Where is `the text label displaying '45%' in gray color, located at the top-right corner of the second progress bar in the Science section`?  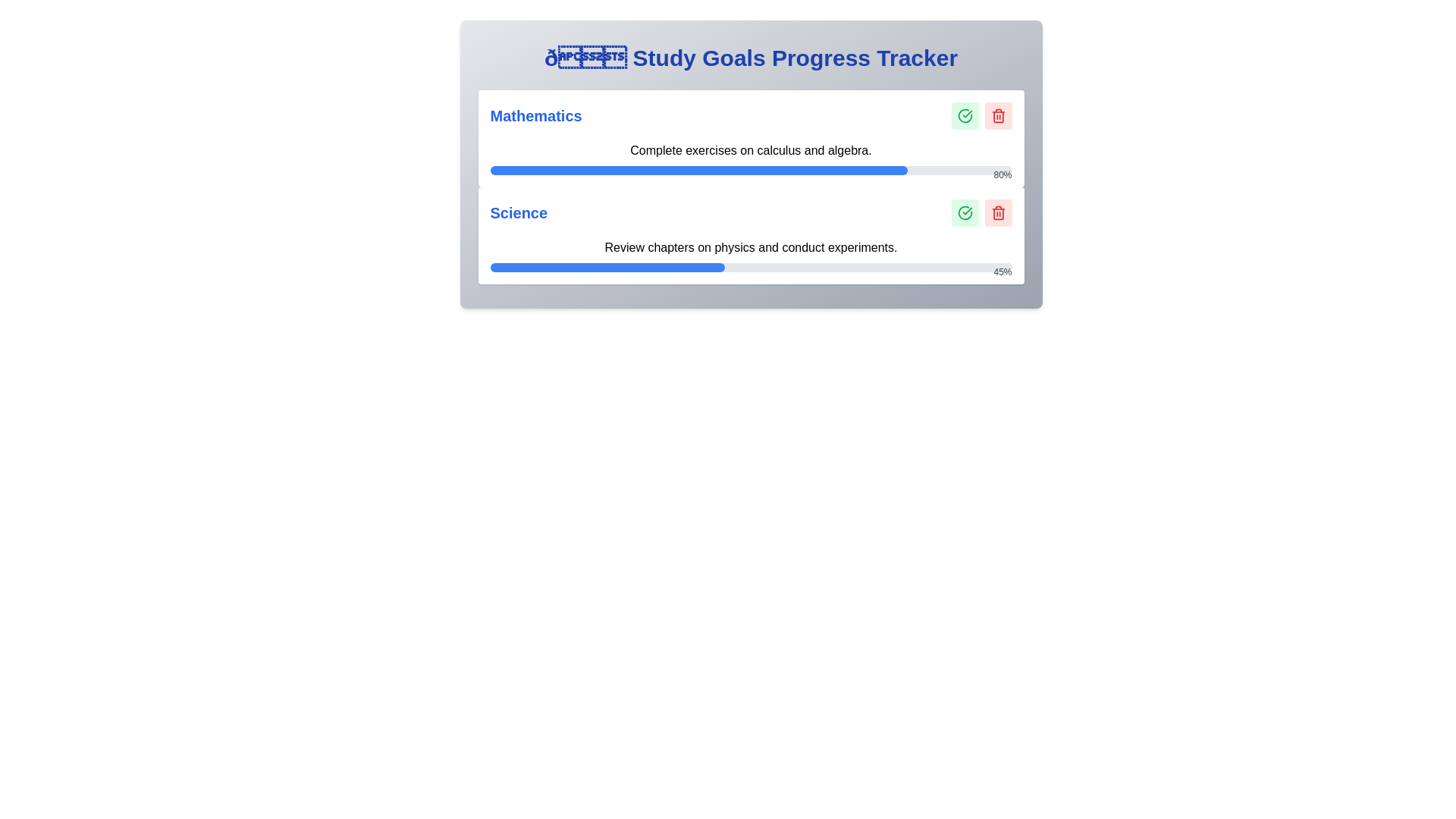 the text label displaying '45%' in gray color, located at the top-right corner of the second progress bar in the Science section is located at coordinates (1003, 271).